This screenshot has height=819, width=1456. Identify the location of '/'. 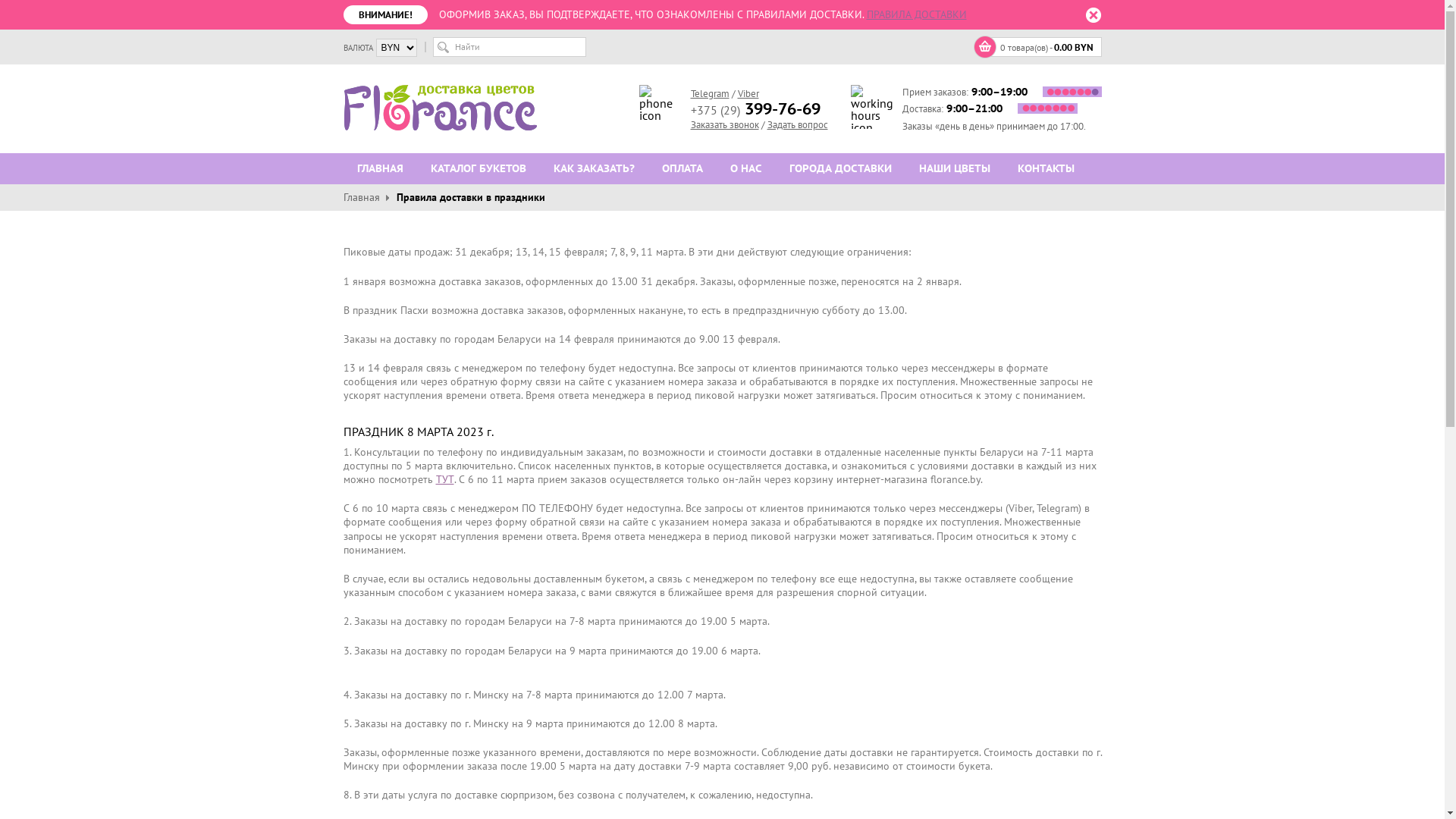
(762, 124).